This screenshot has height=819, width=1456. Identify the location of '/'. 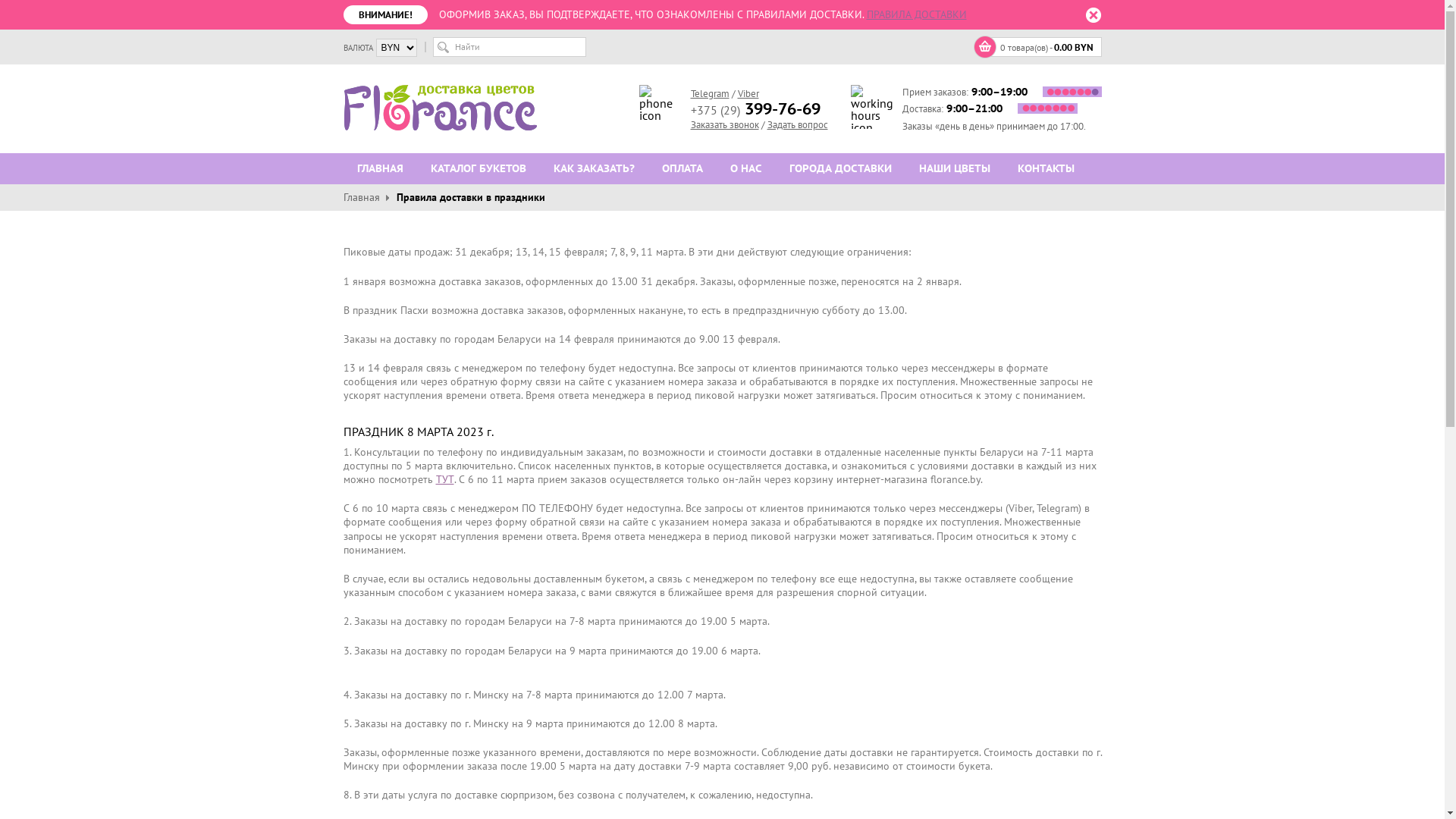
(762, 124).